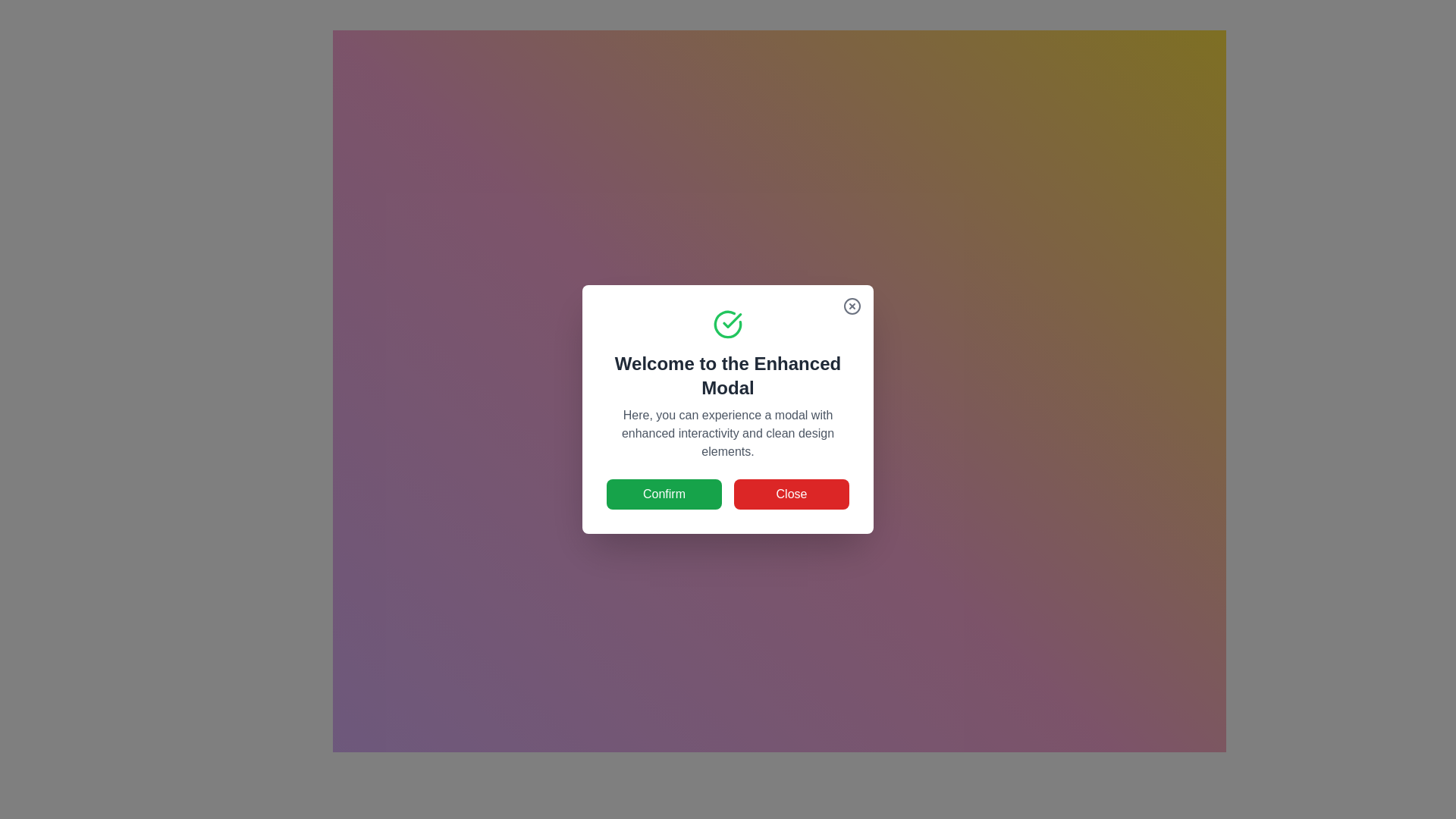 This screenshot has height=819, width=1456. I want to click on descriptive text label located beneath the heading 'Welcome to the Enhanced Modal' and above the action buttons 'Confirm' and 'Close', so click(728, 433).